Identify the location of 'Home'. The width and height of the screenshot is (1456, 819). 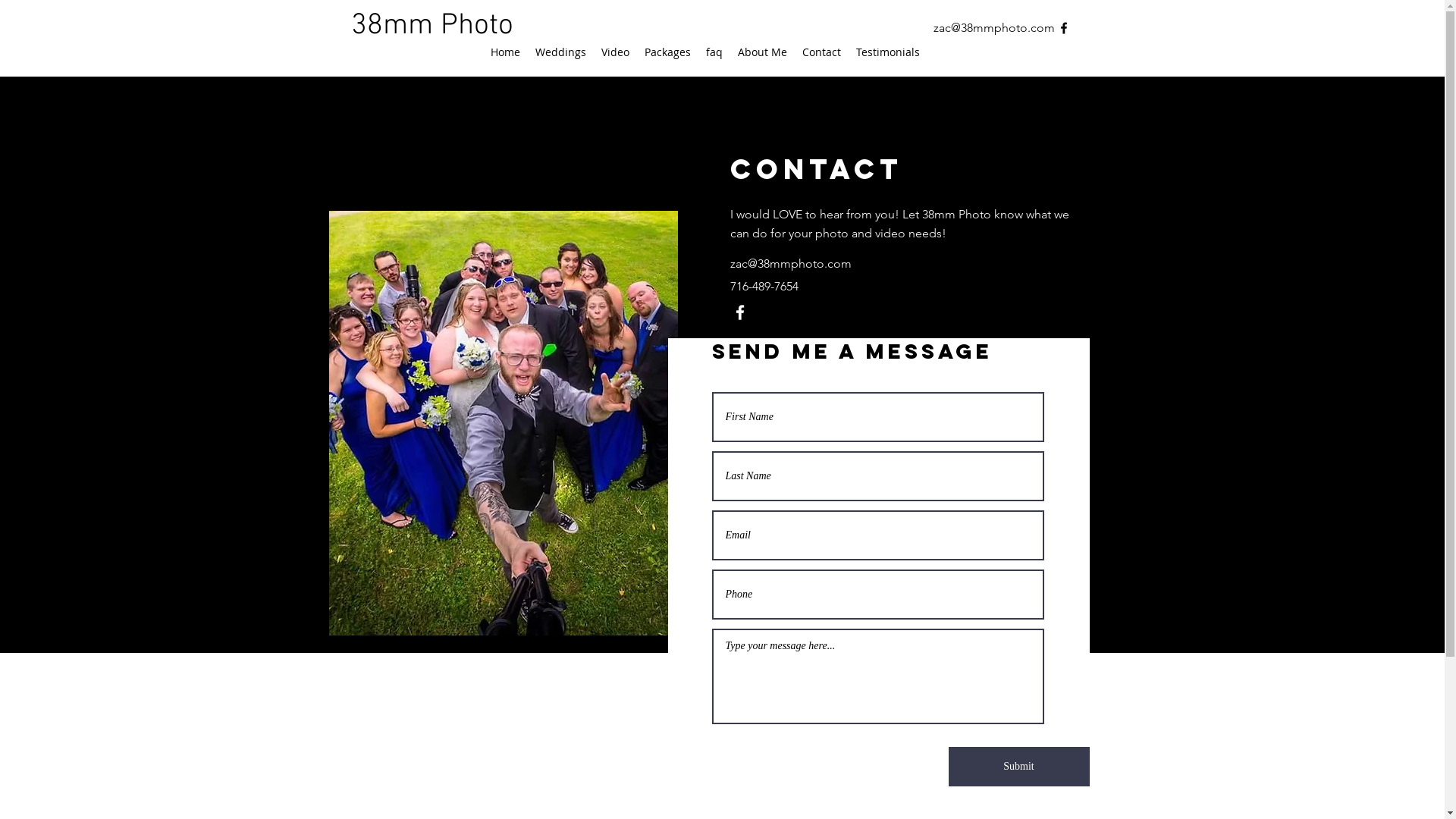
(481, 52).